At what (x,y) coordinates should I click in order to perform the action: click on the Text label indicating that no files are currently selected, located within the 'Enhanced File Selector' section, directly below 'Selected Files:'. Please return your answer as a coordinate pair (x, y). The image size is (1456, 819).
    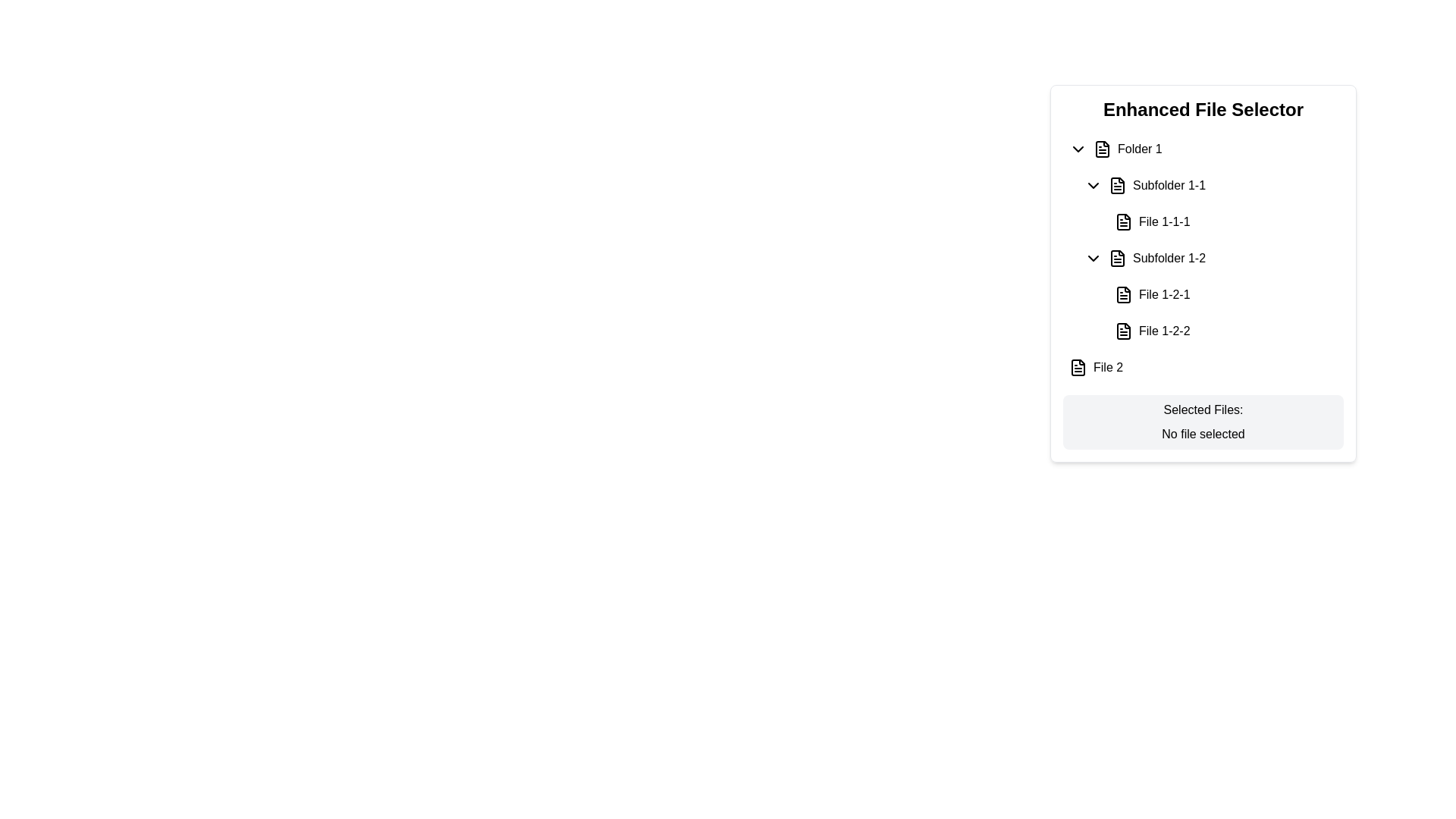
    Looking at the image, I should click on (1203, 435).